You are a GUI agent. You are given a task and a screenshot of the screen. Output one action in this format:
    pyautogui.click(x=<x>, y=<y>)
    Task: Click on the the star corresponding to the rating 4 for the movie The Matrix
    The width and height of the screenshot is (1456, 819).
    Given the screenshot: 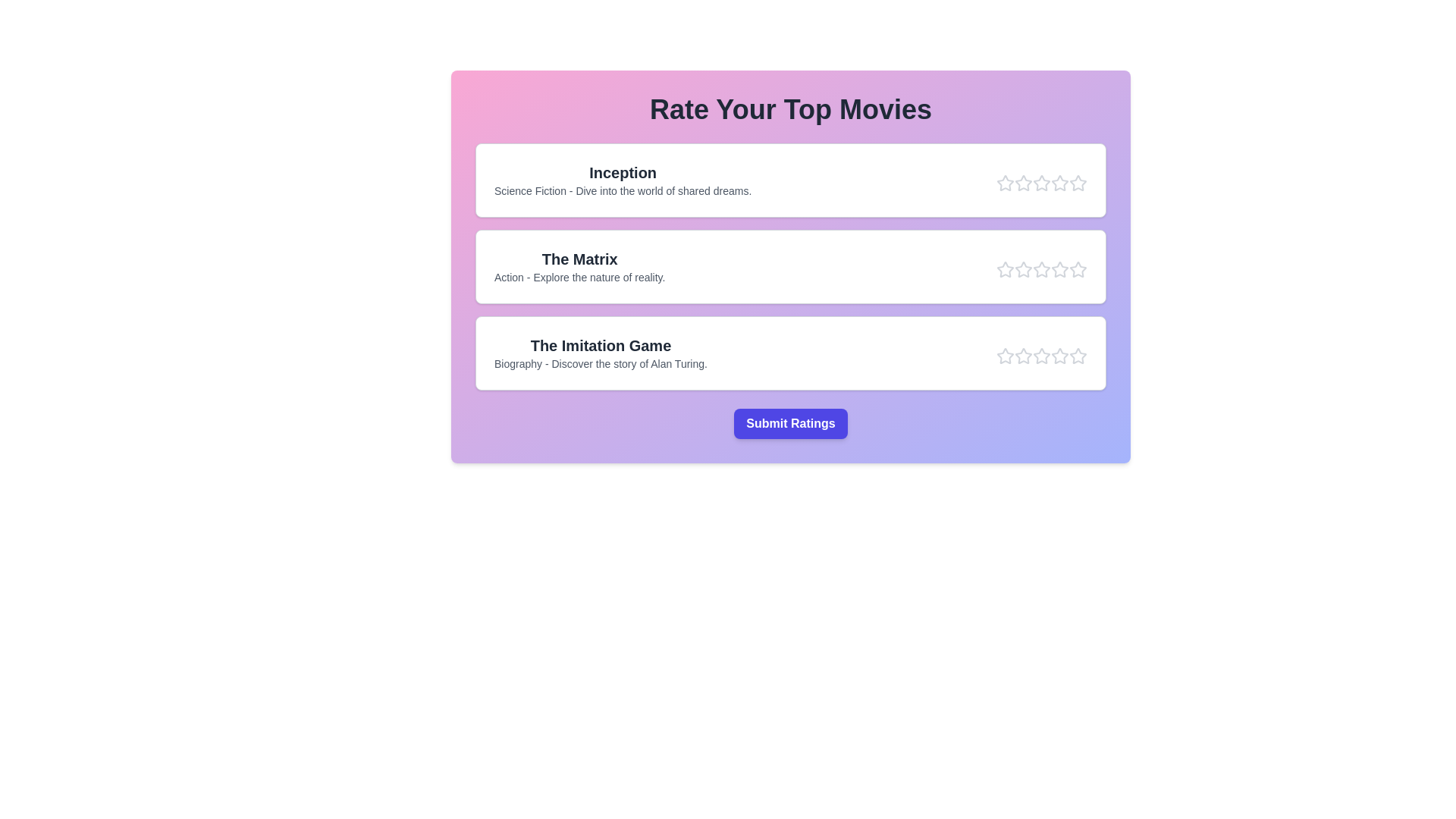 What is the action you would take?
    pyautogui.click(x=1059, y=268)
    